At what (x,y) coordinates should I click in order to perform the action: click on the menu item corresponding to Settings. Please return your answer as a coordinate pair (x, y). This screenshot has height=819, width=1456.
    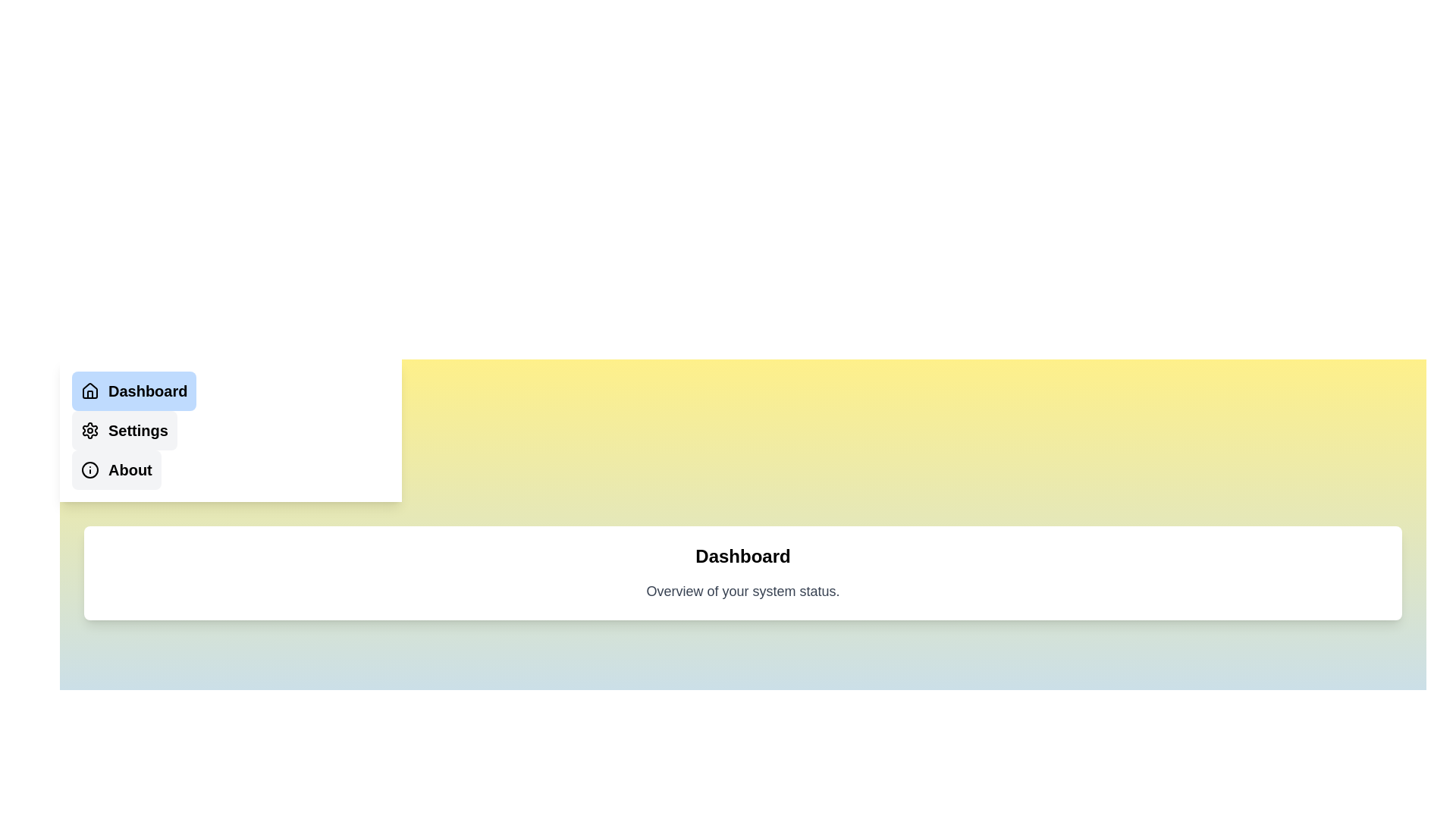
    Looking at the image, I should click on (124, 430).